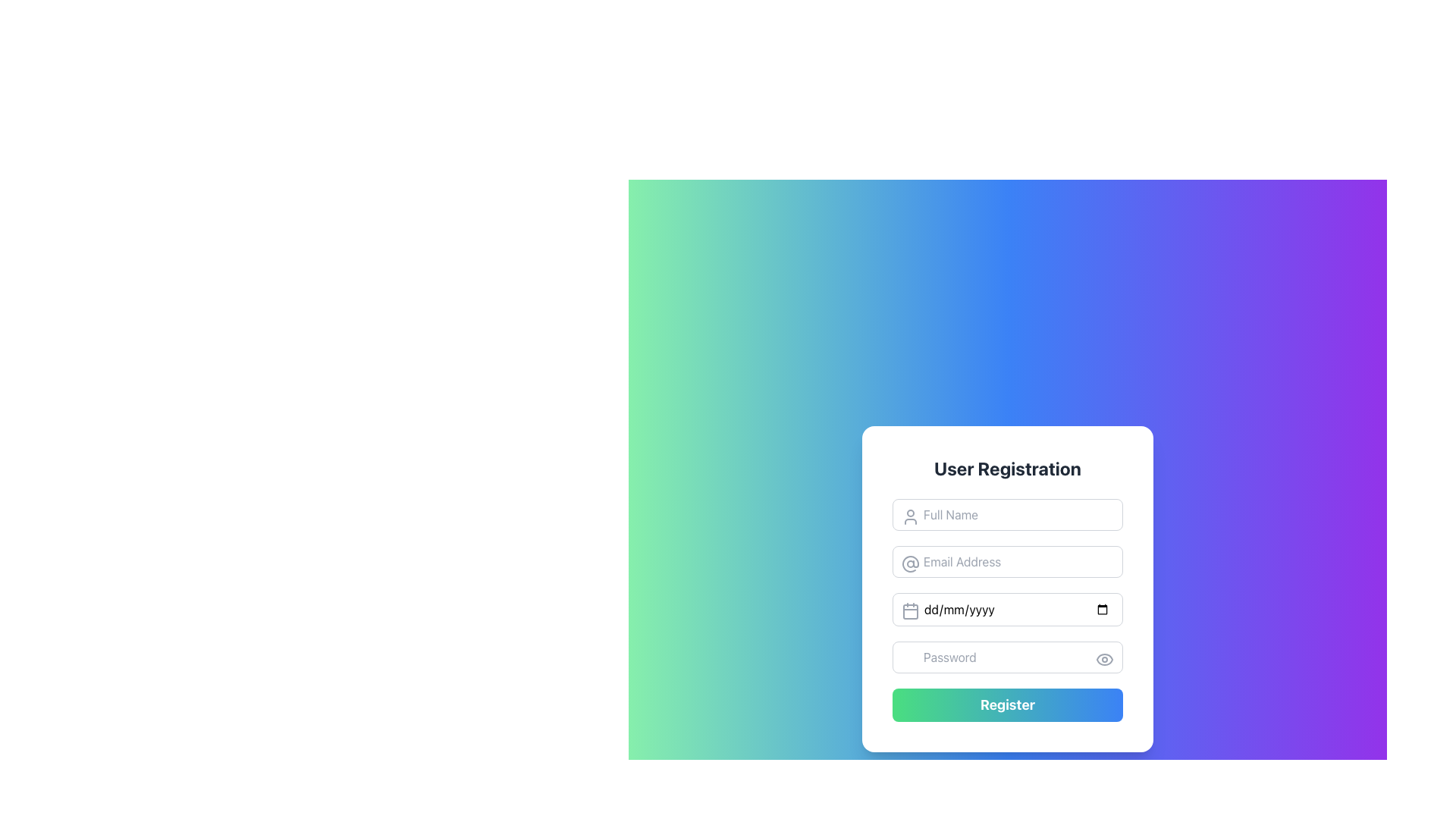 The image size is (1456, 819). Describe the element at coordinates (910, 564) in the screenshot. I see `the email input field icon, which is located within the registration form and visually represents the email input purpose` at that location.